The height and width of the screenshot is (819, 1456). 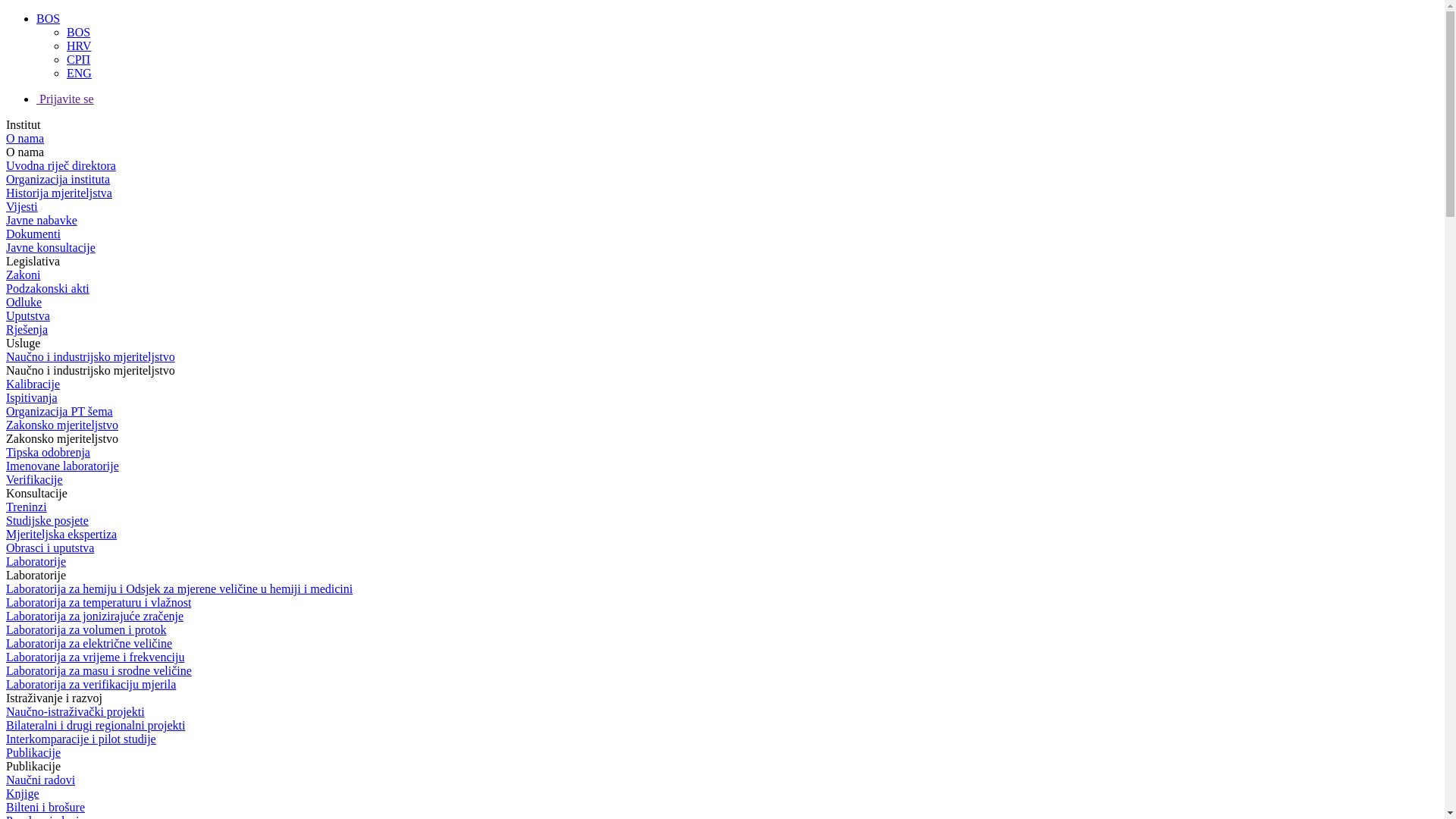 What do you see at coordinates (78, 45) in the screenshot?
I see `'HRV'` at bounding box center [78, 45].